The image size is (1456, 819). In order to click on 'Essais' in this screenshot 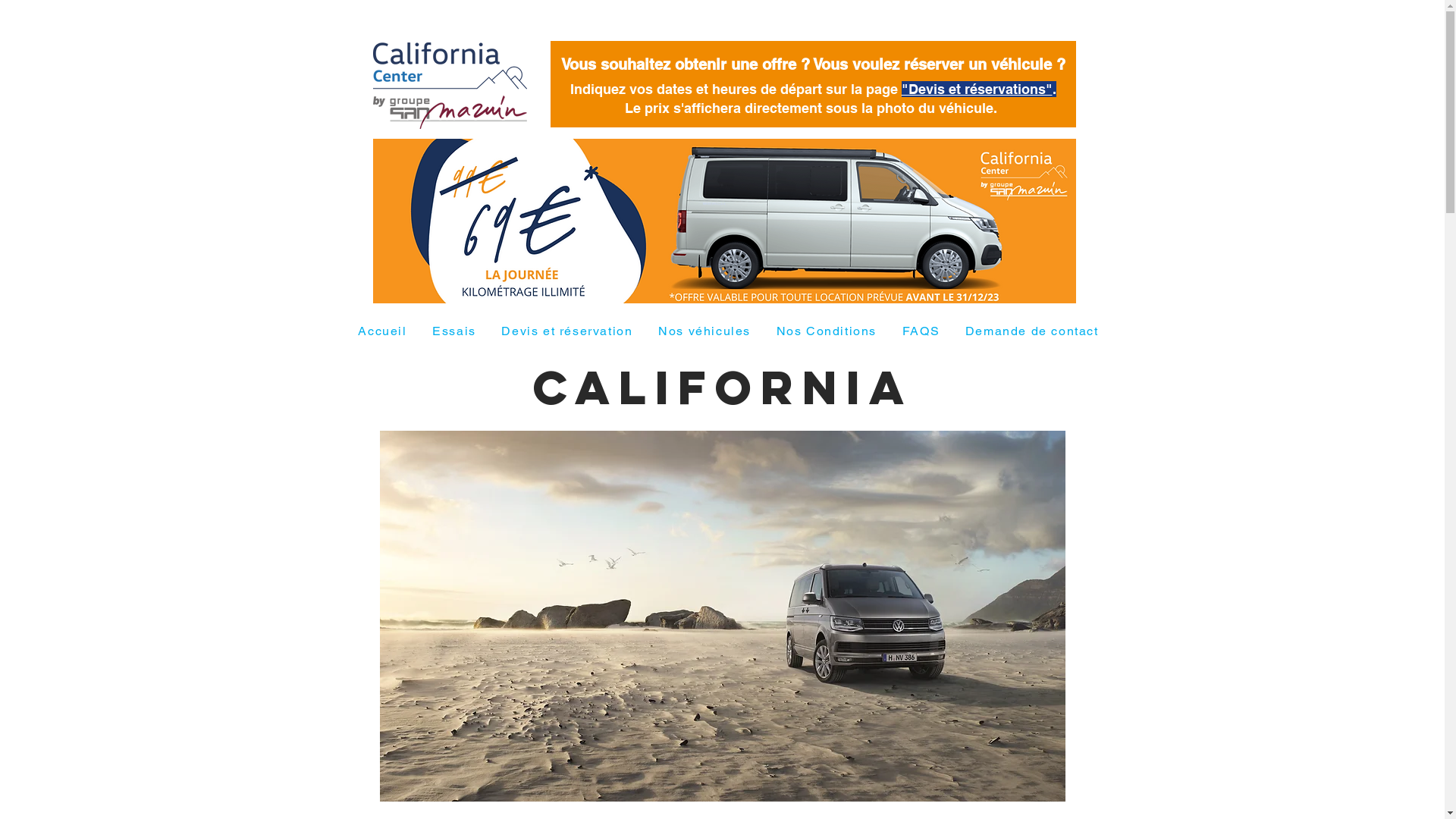, I will do `click(453, 331)`.